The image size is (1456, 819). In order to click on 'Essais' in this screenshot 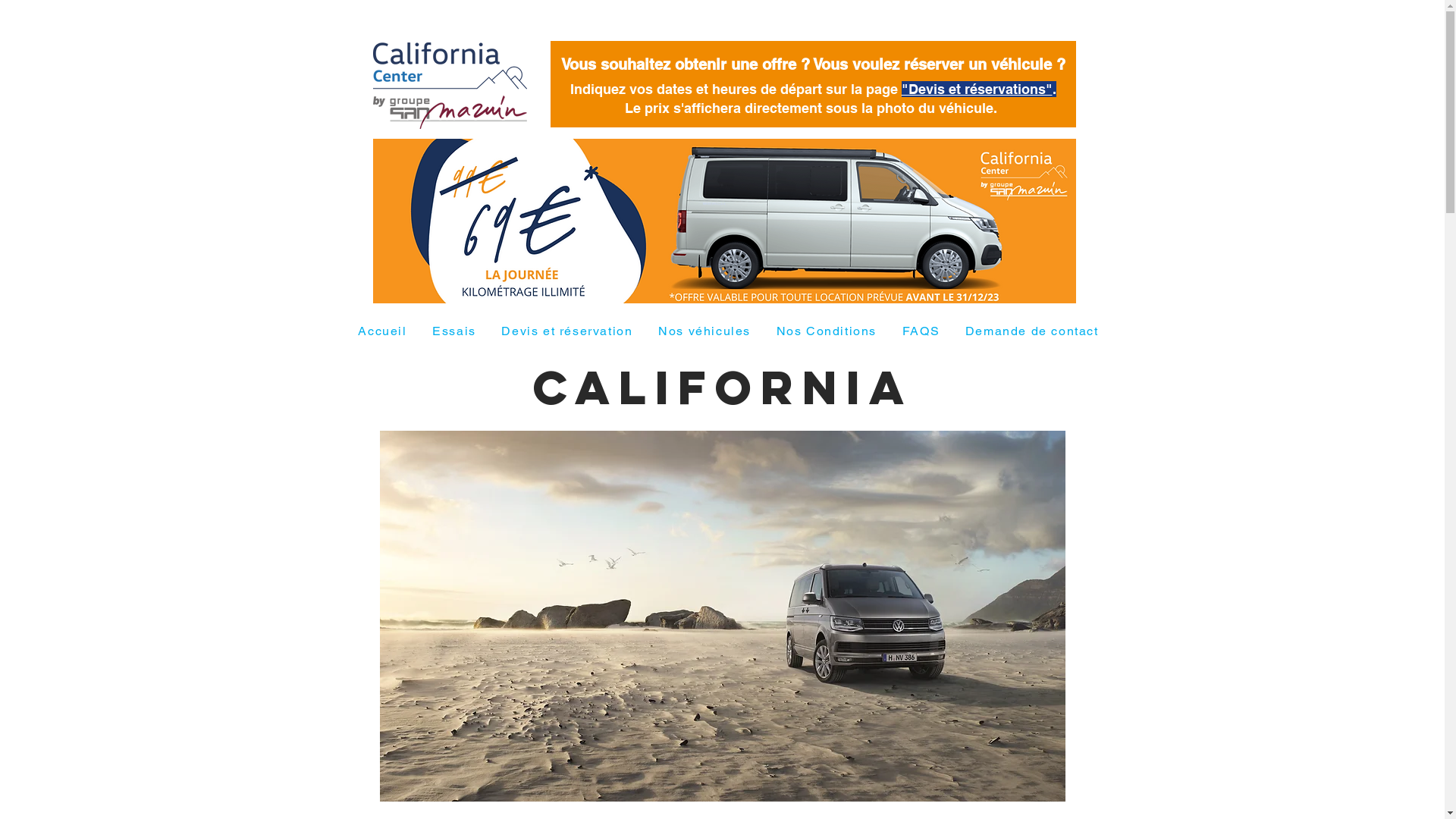, I will do `click(453, 331)`.